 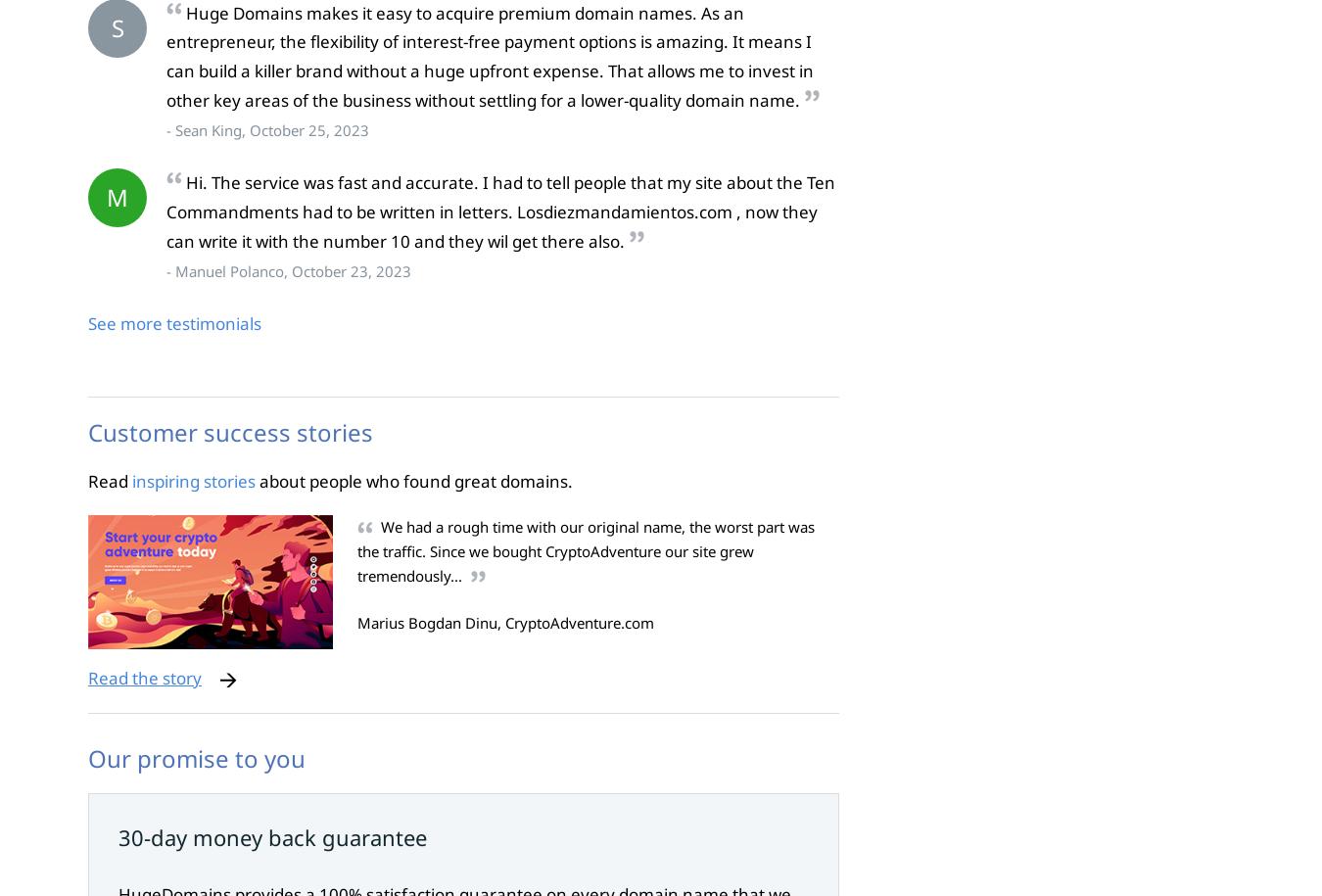 I want to click on 'Read the story', so click(x=144, y=676).